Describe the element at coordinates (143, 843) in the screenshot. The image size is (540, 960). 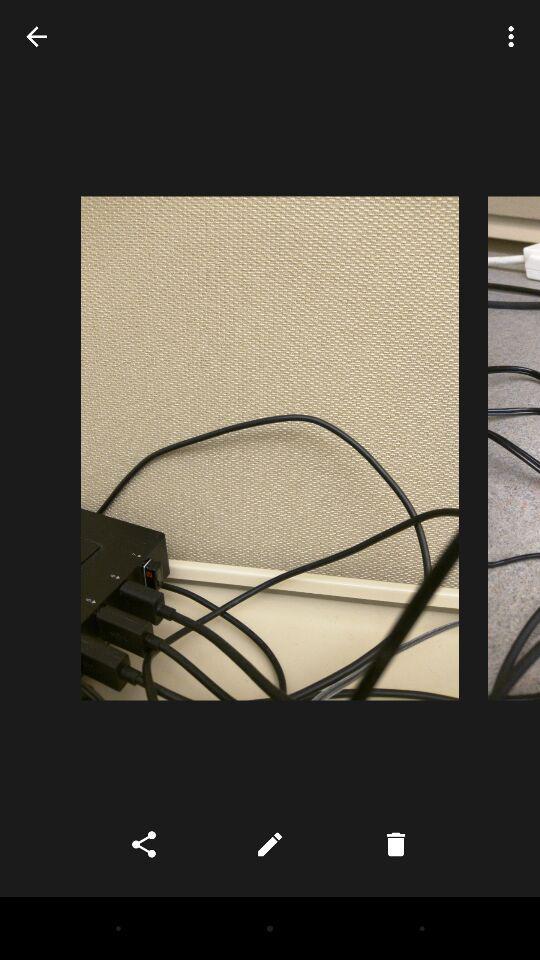
I see `the share icon` at that location.